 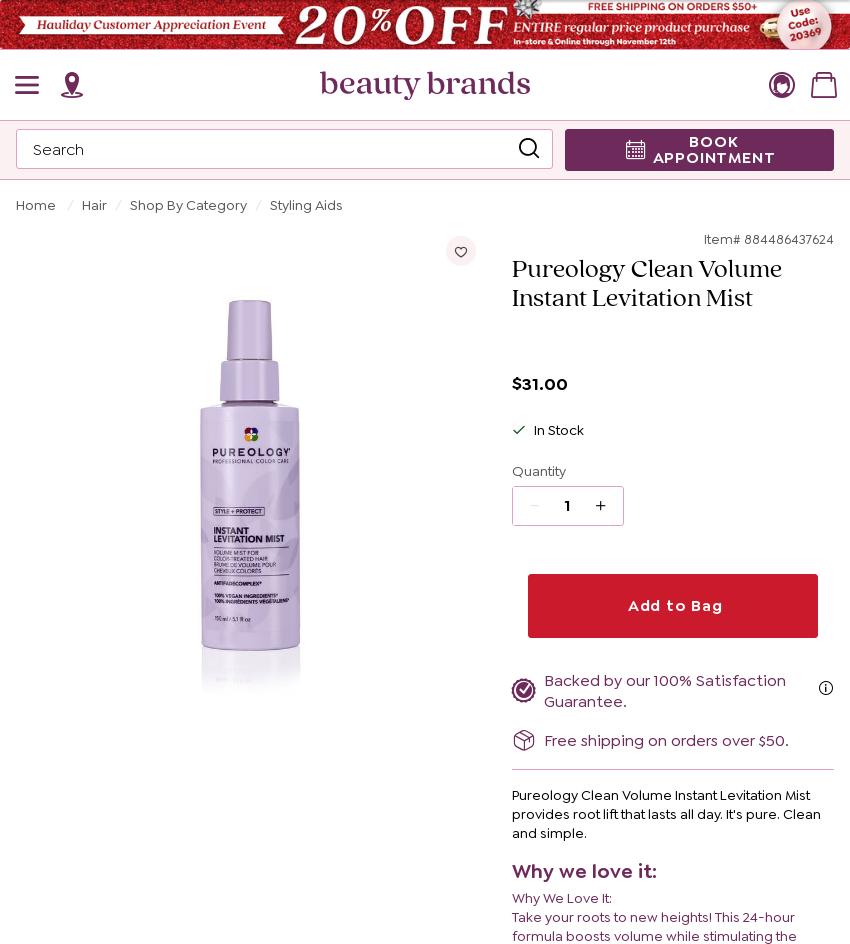 I want to click on 'Quantity', so click(x=536, y=469).